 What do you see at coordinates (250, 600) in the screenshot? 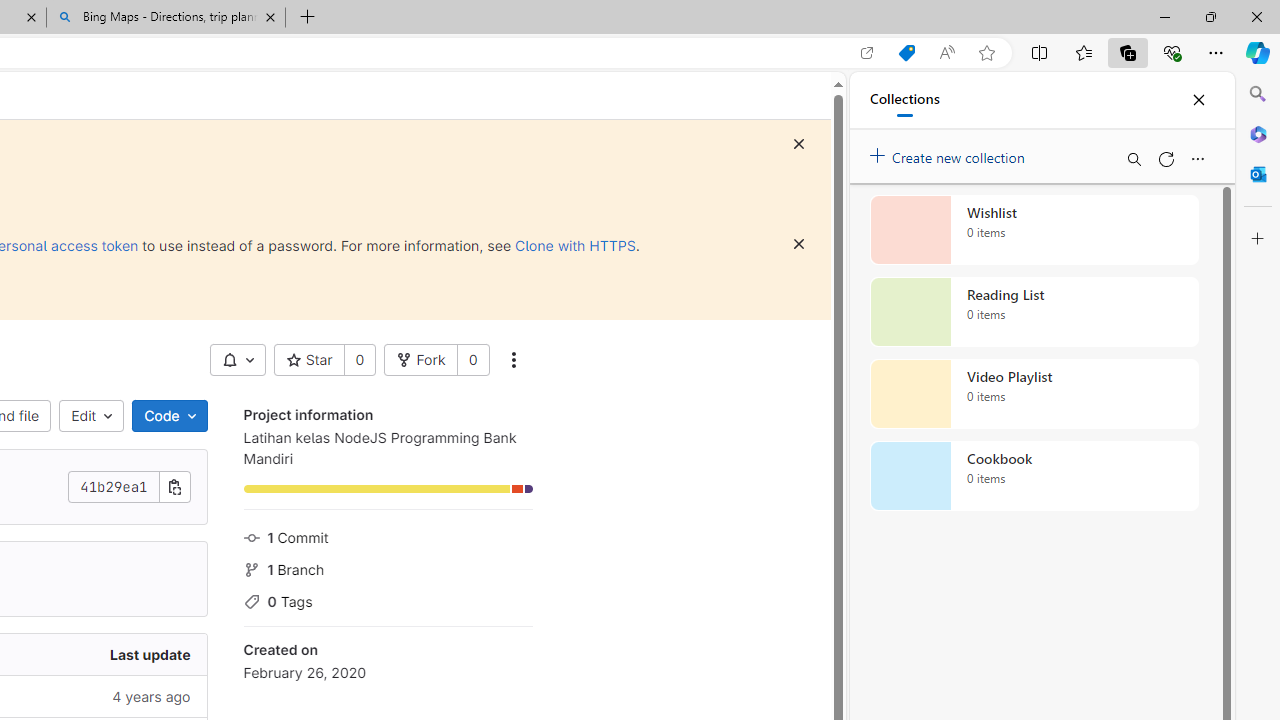
I see `'Class: s16 icon gl-mr-3 gl-text-gray-500'` at bounding box center [250, 600].